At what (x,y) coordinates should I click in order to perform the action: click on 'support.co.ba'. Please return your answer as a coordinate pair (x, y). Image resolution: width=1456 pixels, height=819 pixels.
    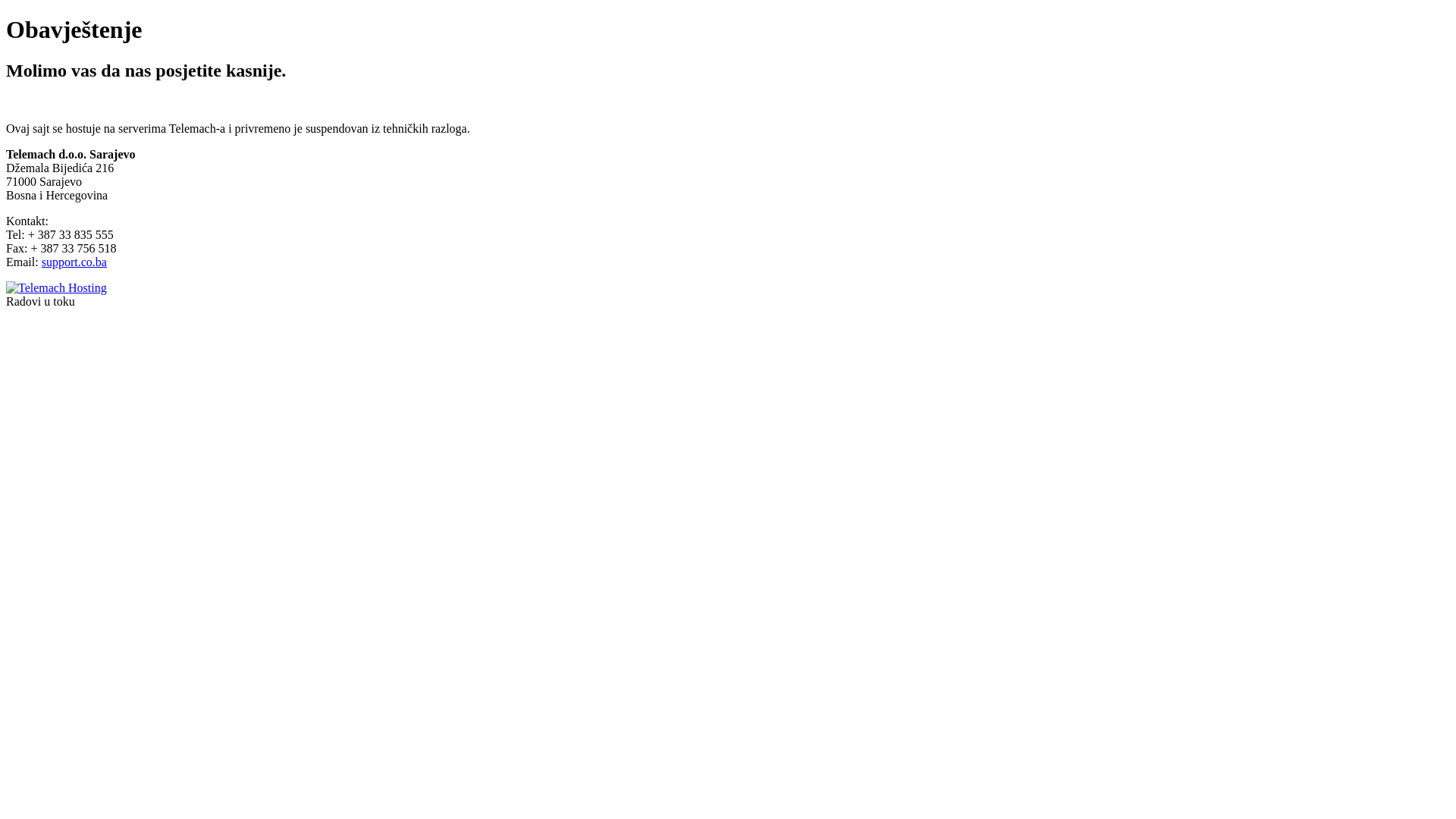
    Looking at the image, I should click on (73, 261).